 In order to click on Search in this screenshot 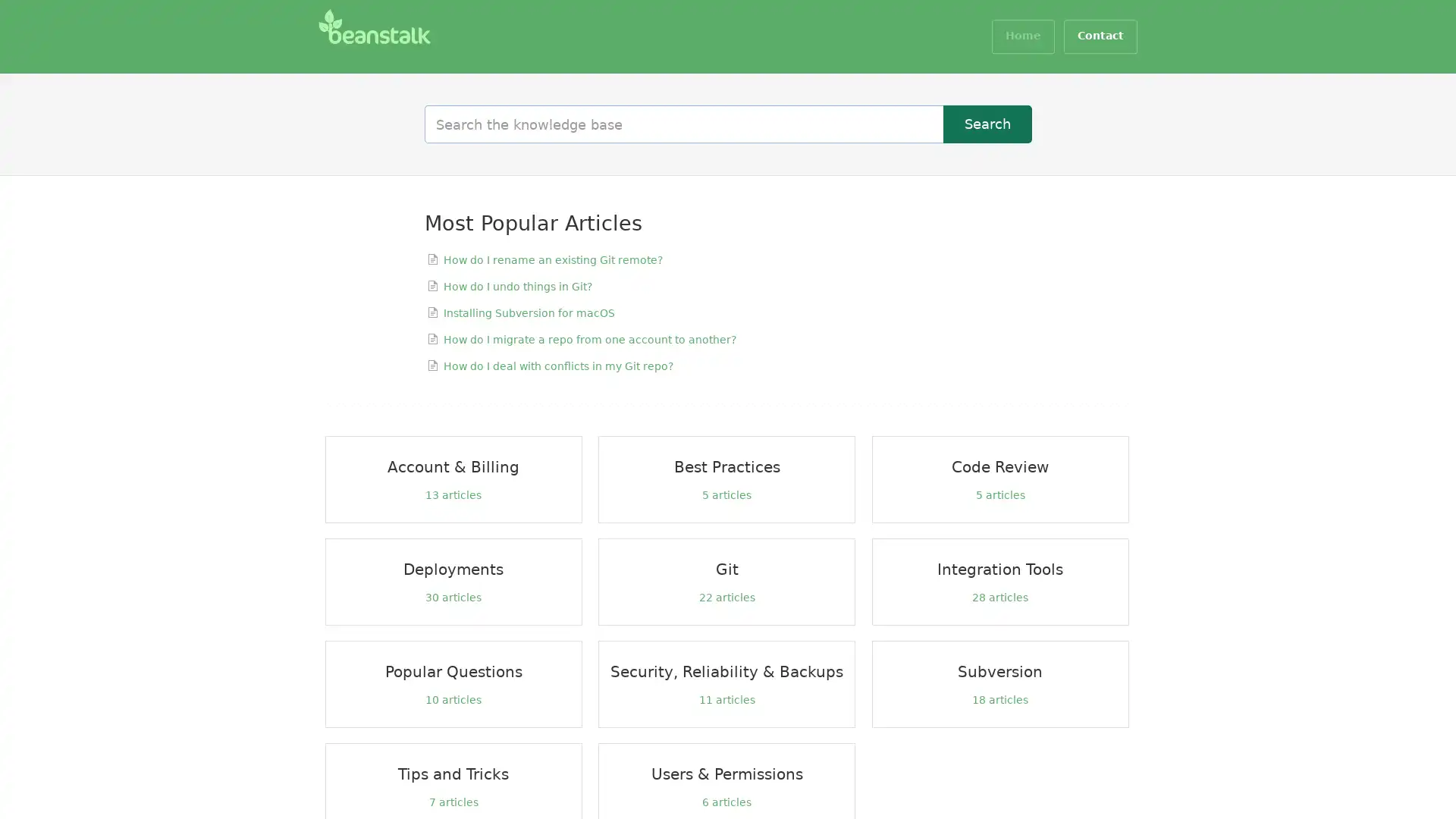, I will do `click(987, 124)`.